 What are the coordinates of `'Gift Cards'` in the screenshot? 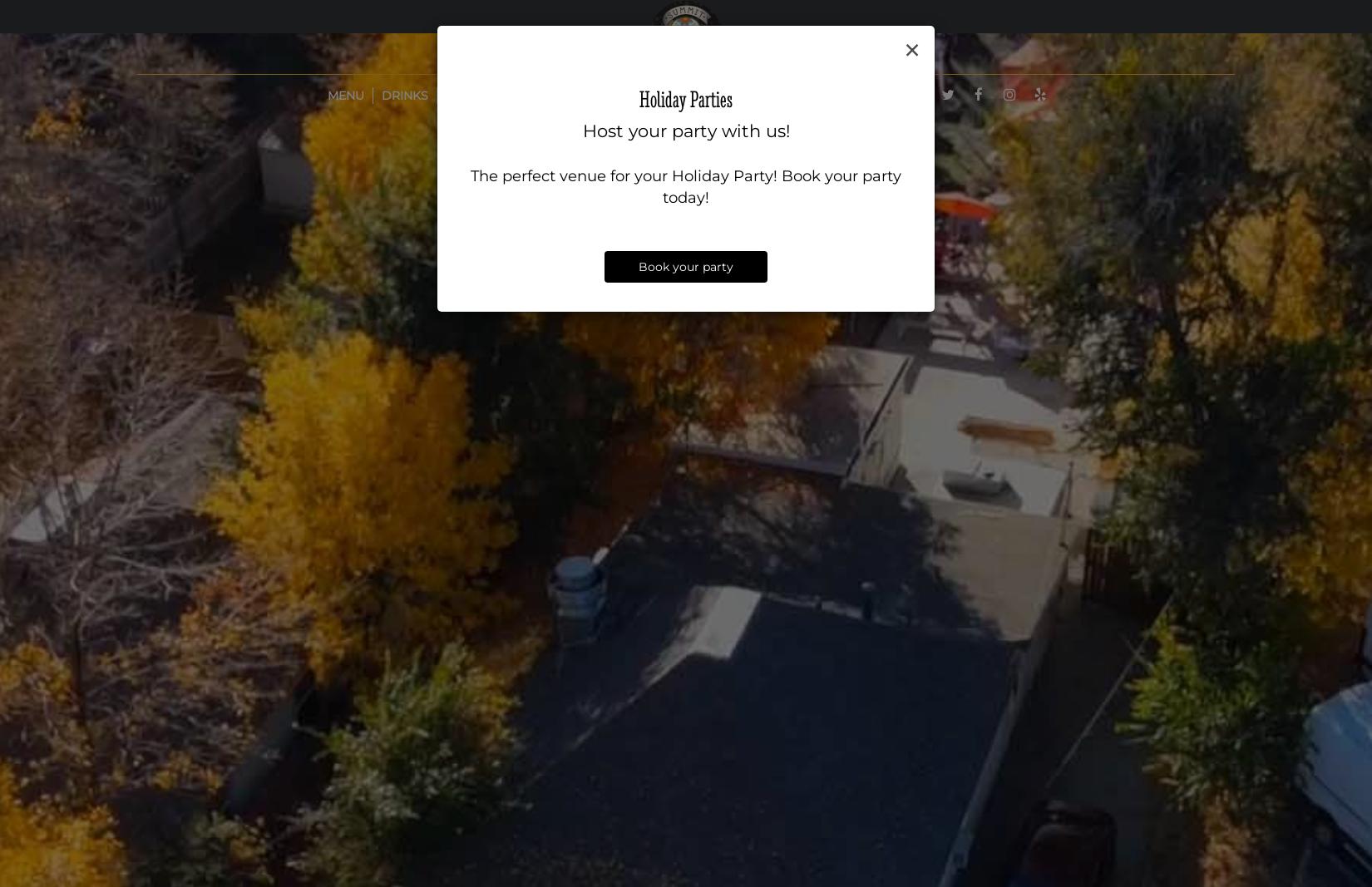 It's located at (777, 95).